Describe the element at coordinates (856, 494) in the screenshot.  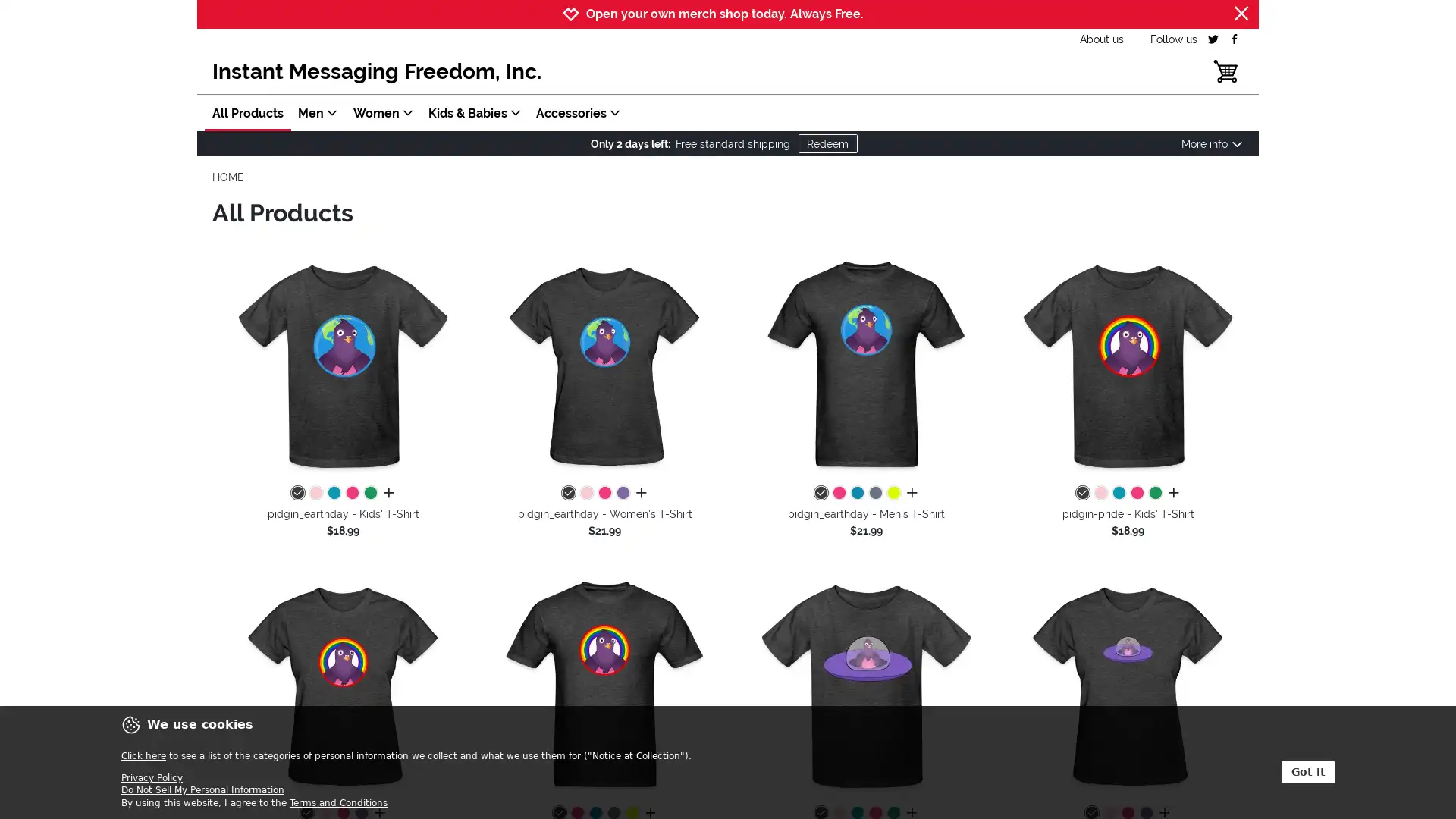
I see `turquoise` at that location.